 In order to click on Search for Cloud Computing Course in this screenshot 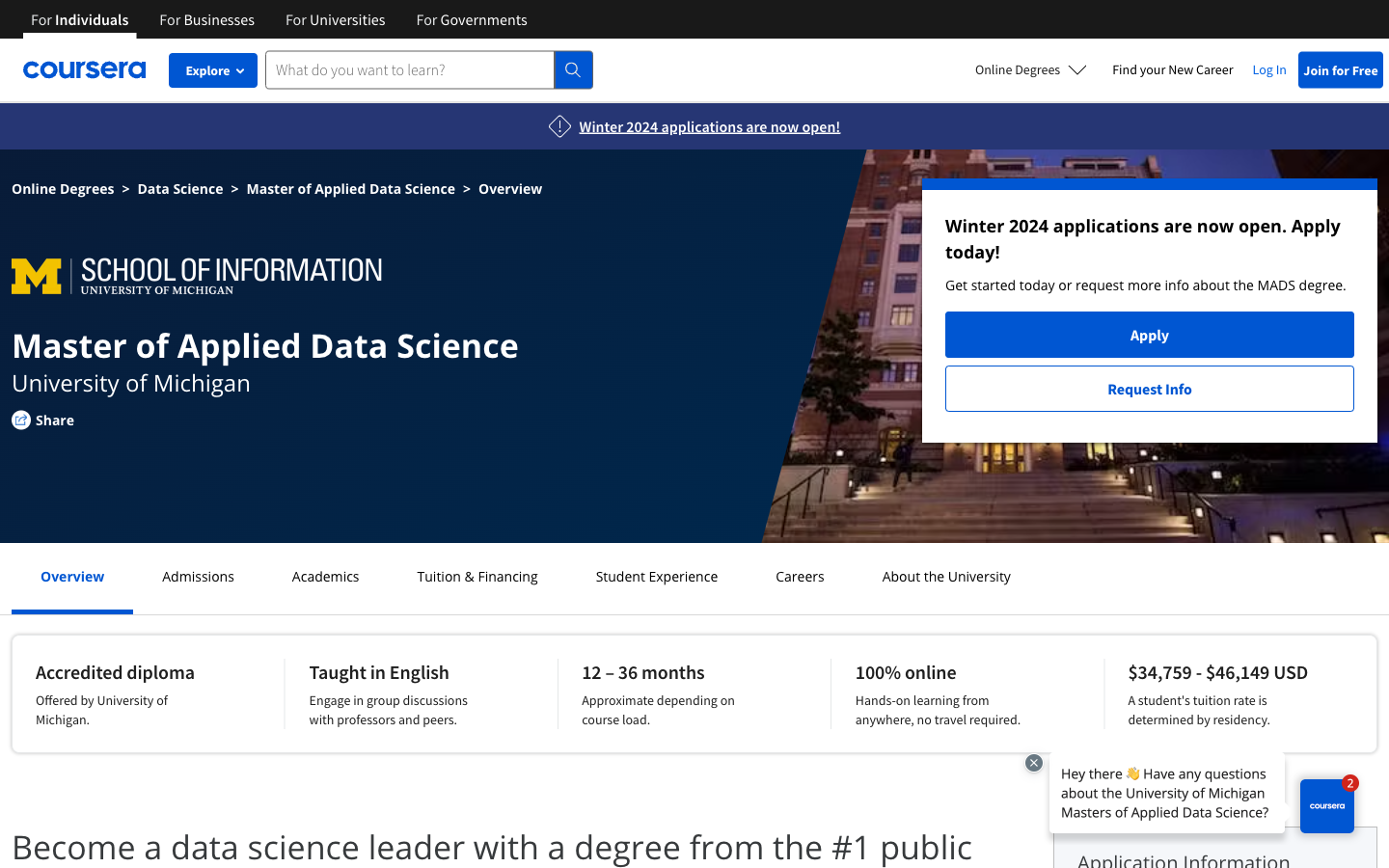, I will do `click(656, 576)`.